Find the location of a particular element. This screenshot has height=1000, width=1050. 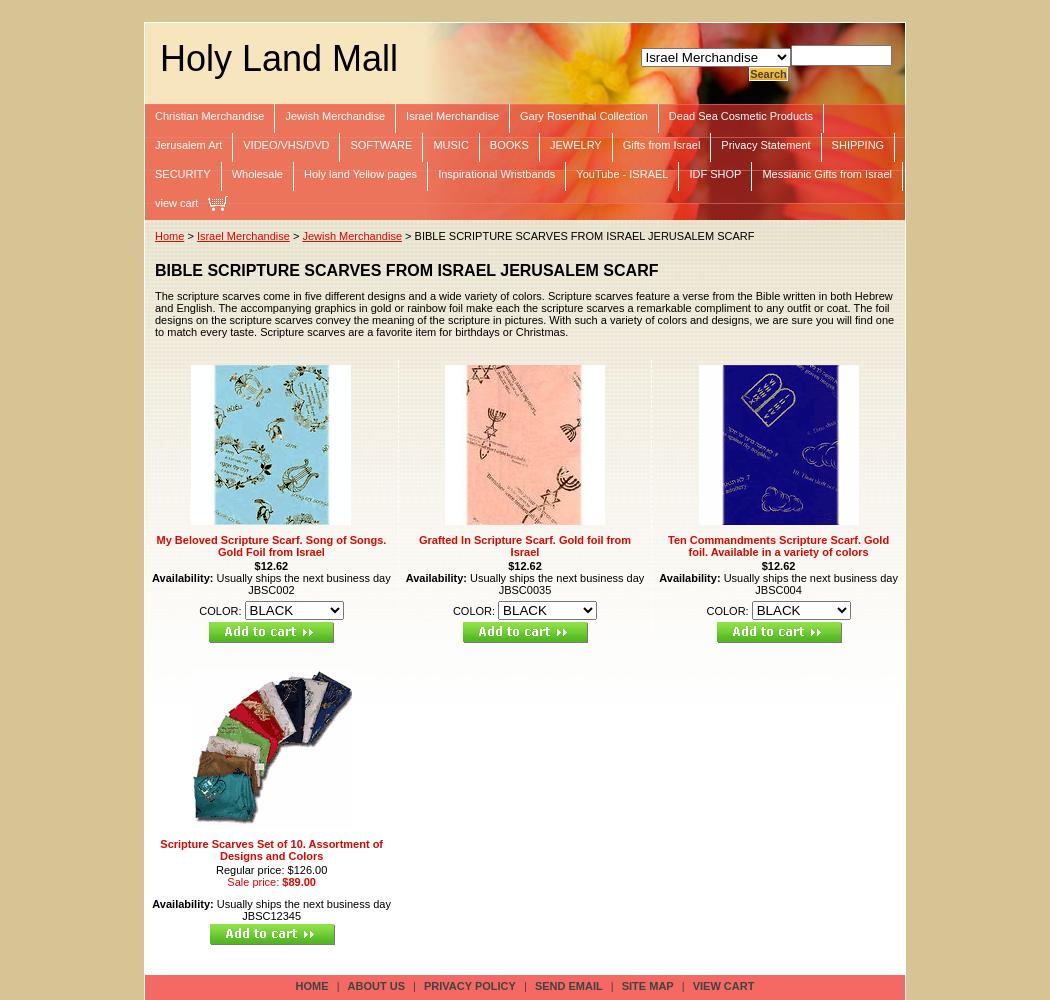

'BOOKS' is located at coordinates (507, 144).